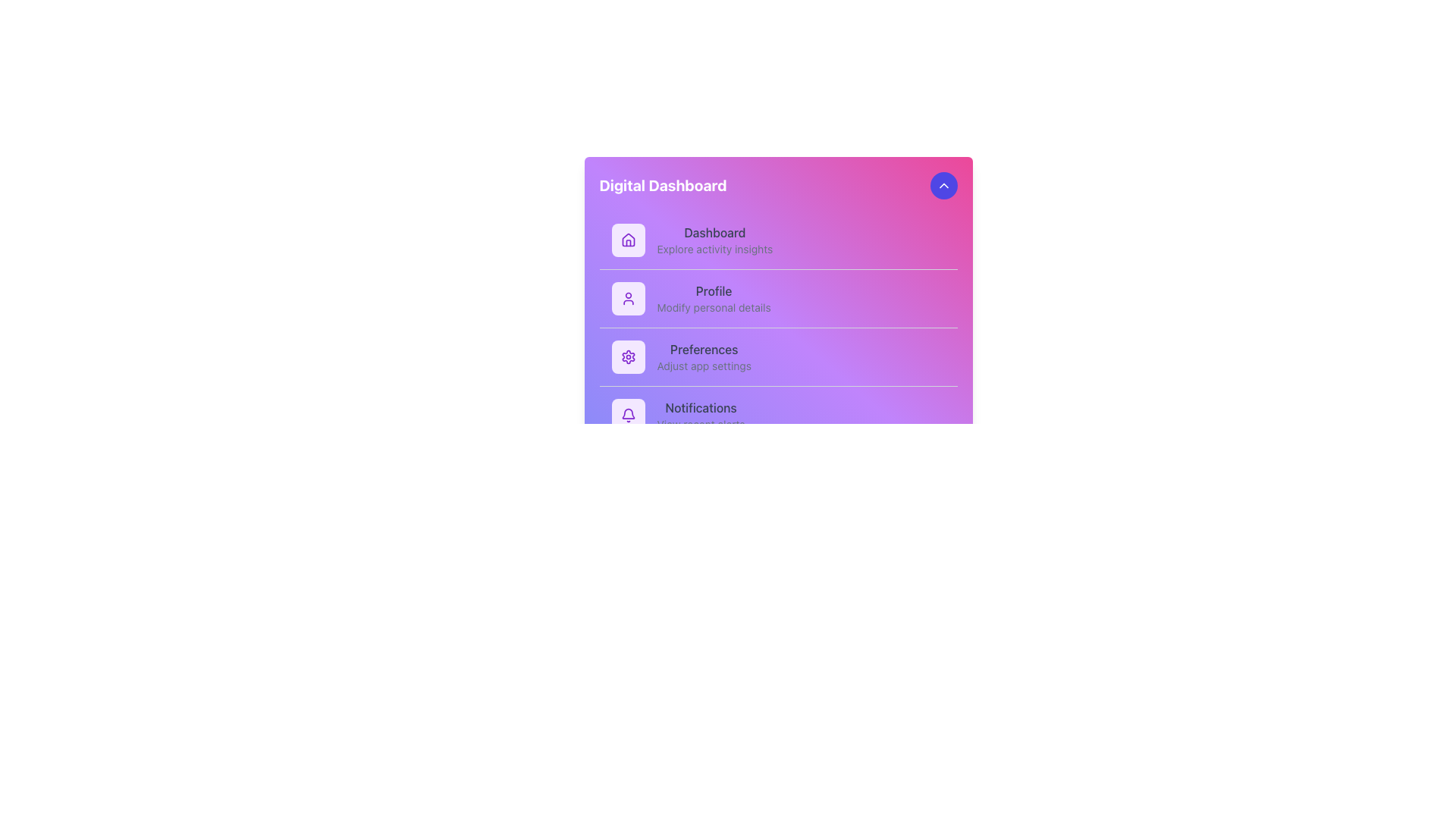 The width and height of the screenshot is (1456, 819). What do you see at coordinates (778, 322) in the screenshot?
I see `the central navigation panel located below the title bar` at bounding box center [778, 322].